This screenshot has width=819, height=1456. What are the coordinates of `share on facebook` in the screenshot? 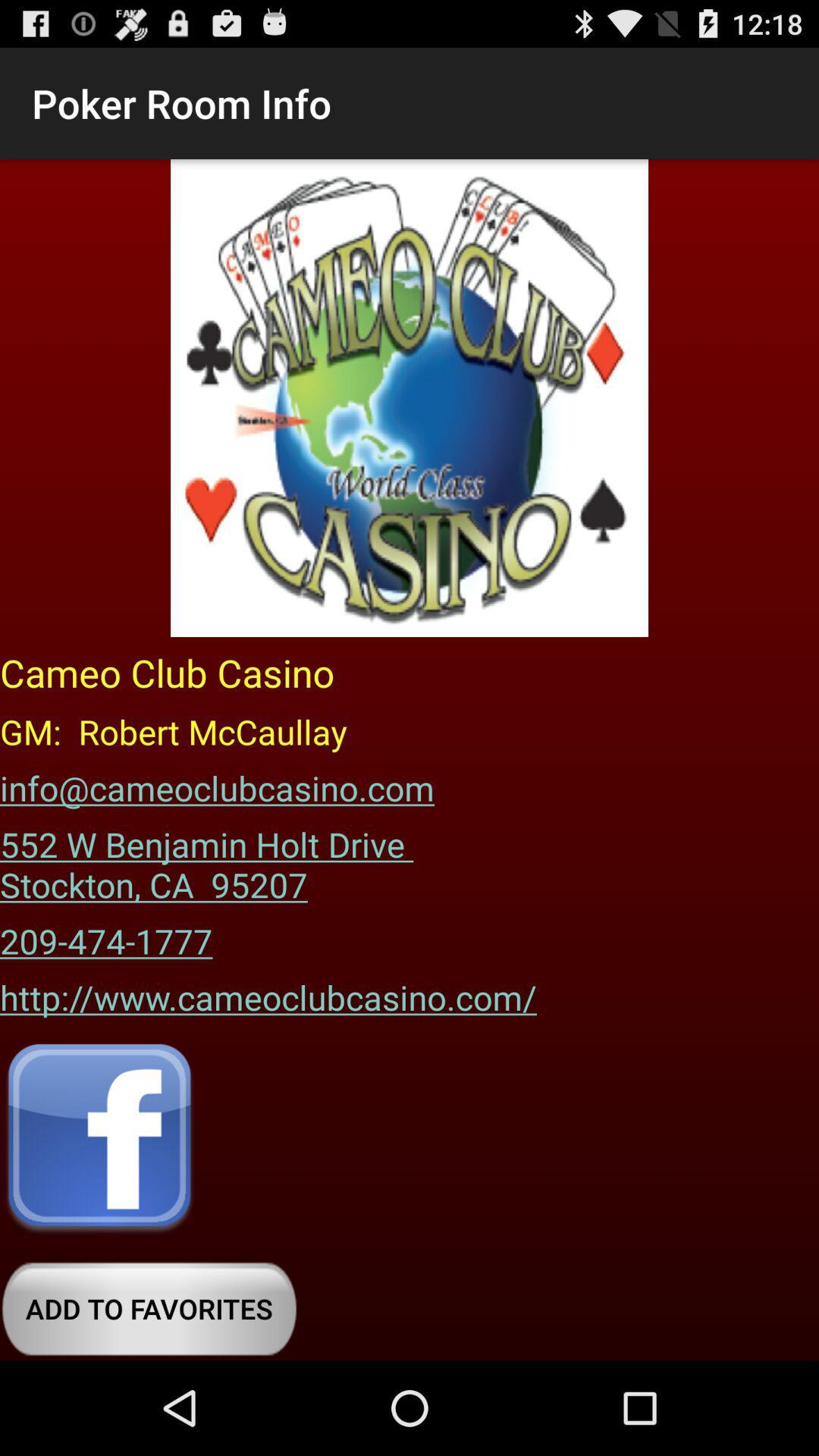 It's located at (99, 1139).